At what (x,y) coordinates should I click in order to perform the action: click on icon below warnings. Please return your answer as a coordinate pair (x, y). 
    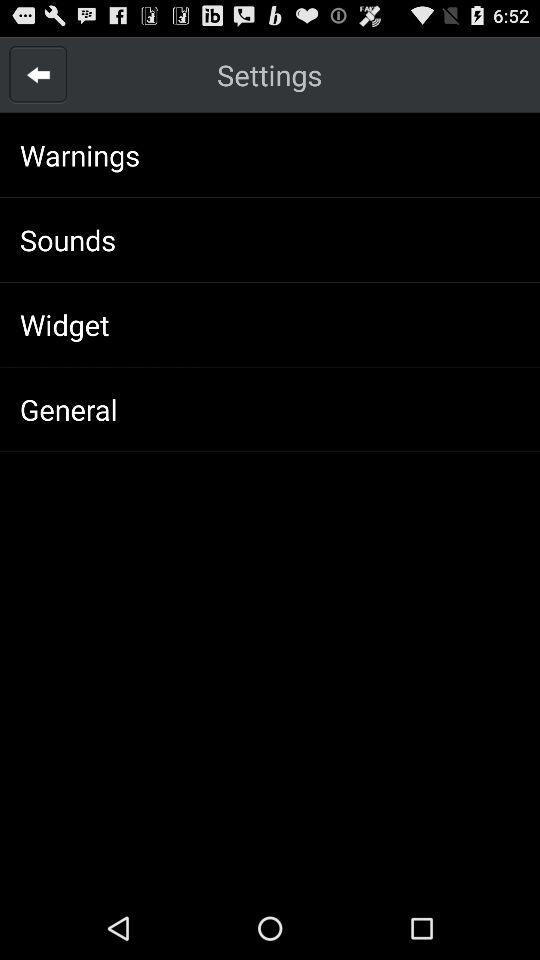
    Looking at the image, I should click on (67, 239).